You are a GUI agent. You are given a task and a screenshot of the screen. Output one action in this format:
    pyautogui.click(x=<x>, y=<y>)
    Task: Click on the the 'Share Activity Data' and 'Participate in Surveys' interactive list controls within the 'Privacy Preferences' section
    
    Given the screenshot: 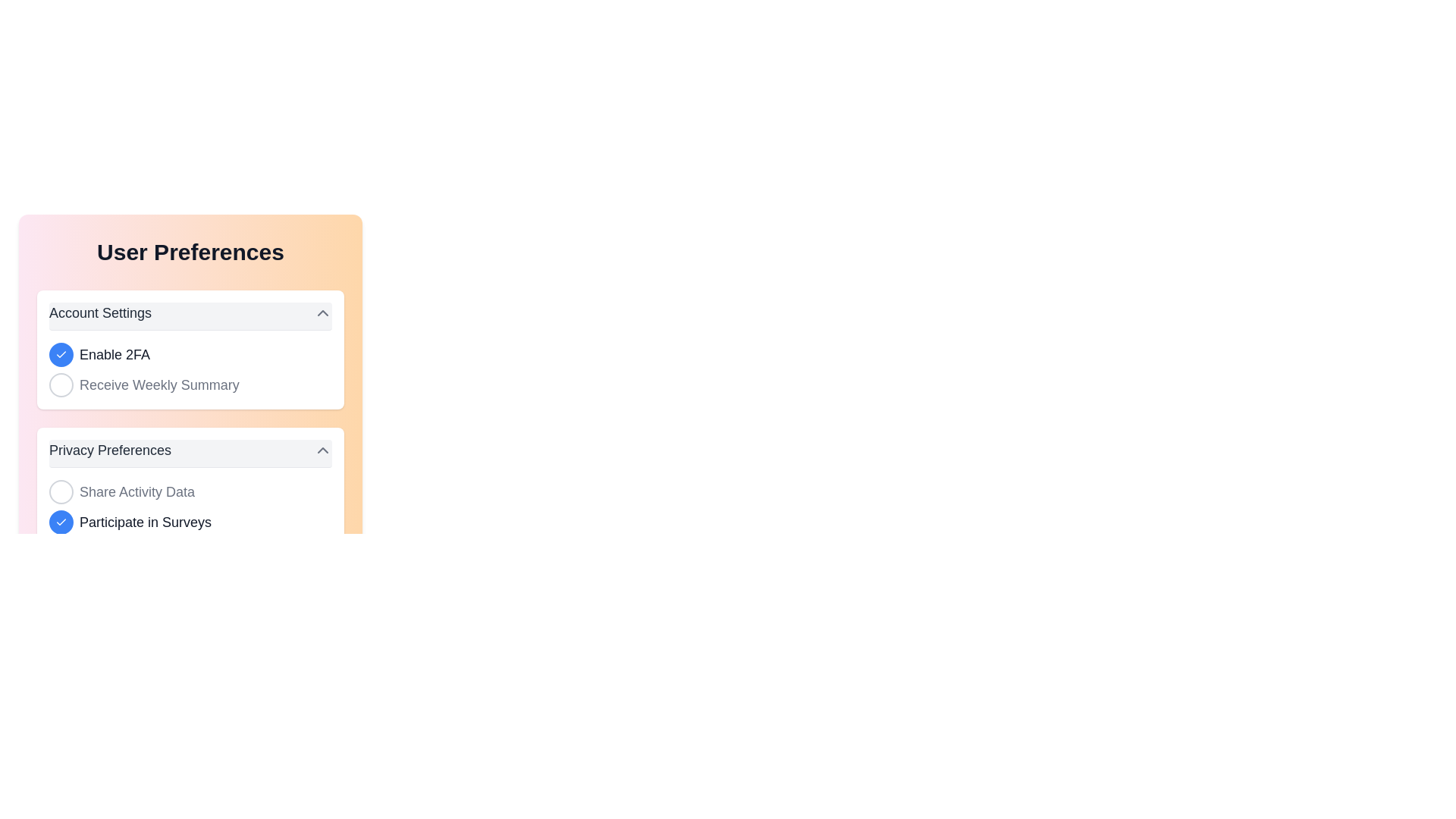 What is the action you would take?
    pyautogui.click(x=190, y=507)
    